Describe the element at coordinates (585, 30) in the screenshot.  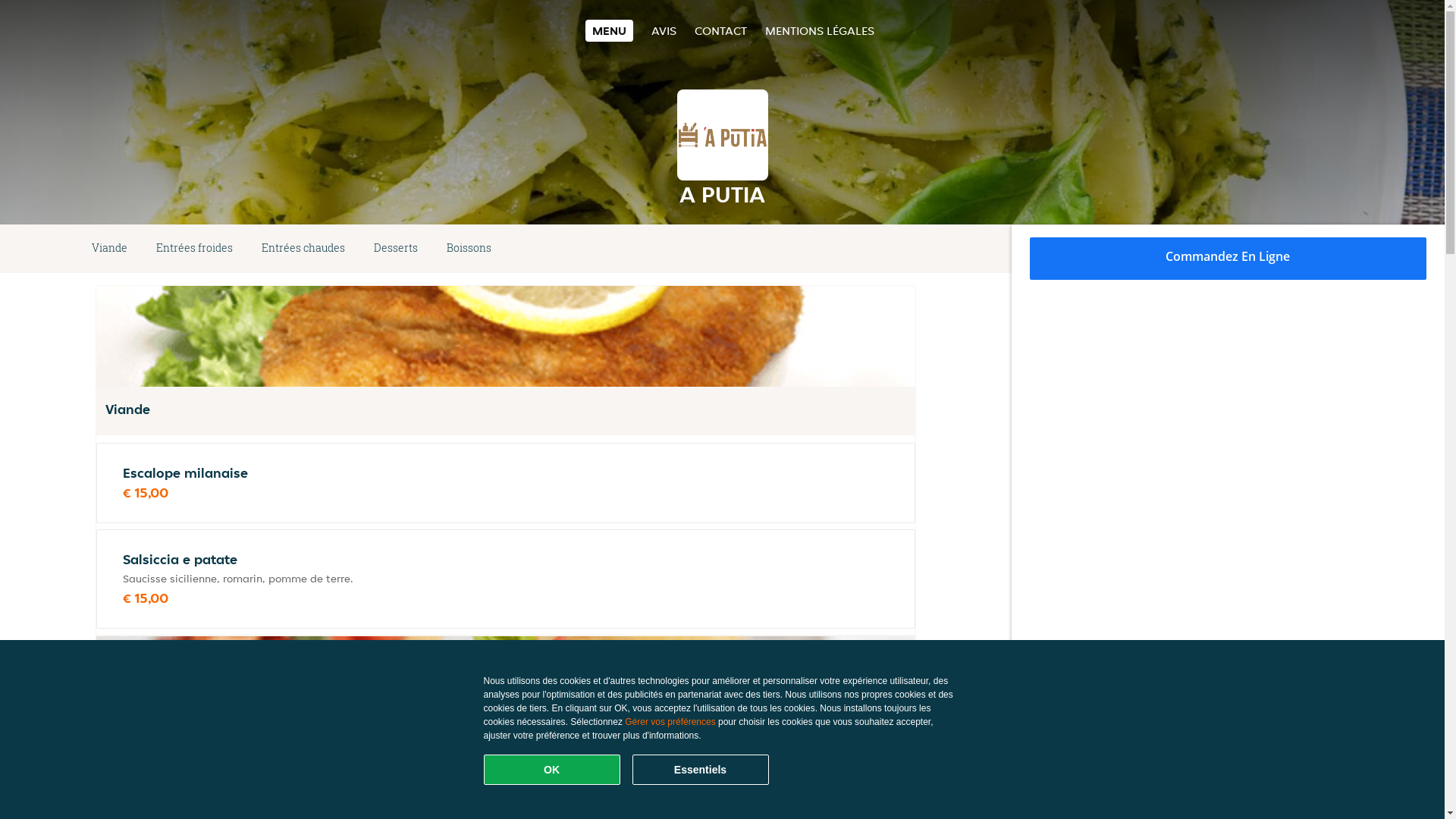
I see `'MENU'` at that location.